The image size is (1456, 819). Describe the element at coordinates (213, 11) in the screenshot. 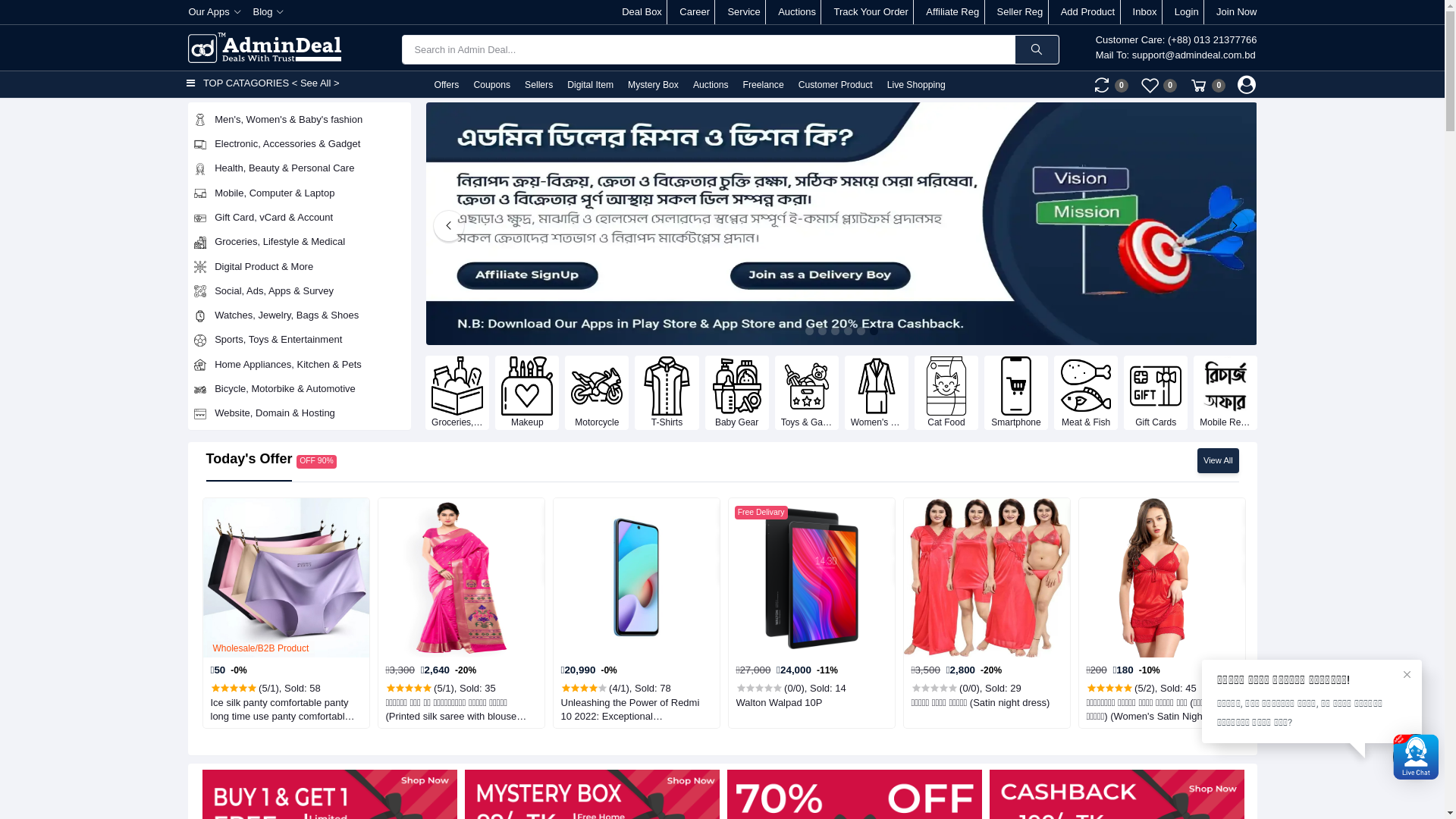

I see `'Our Apps'` at that location.